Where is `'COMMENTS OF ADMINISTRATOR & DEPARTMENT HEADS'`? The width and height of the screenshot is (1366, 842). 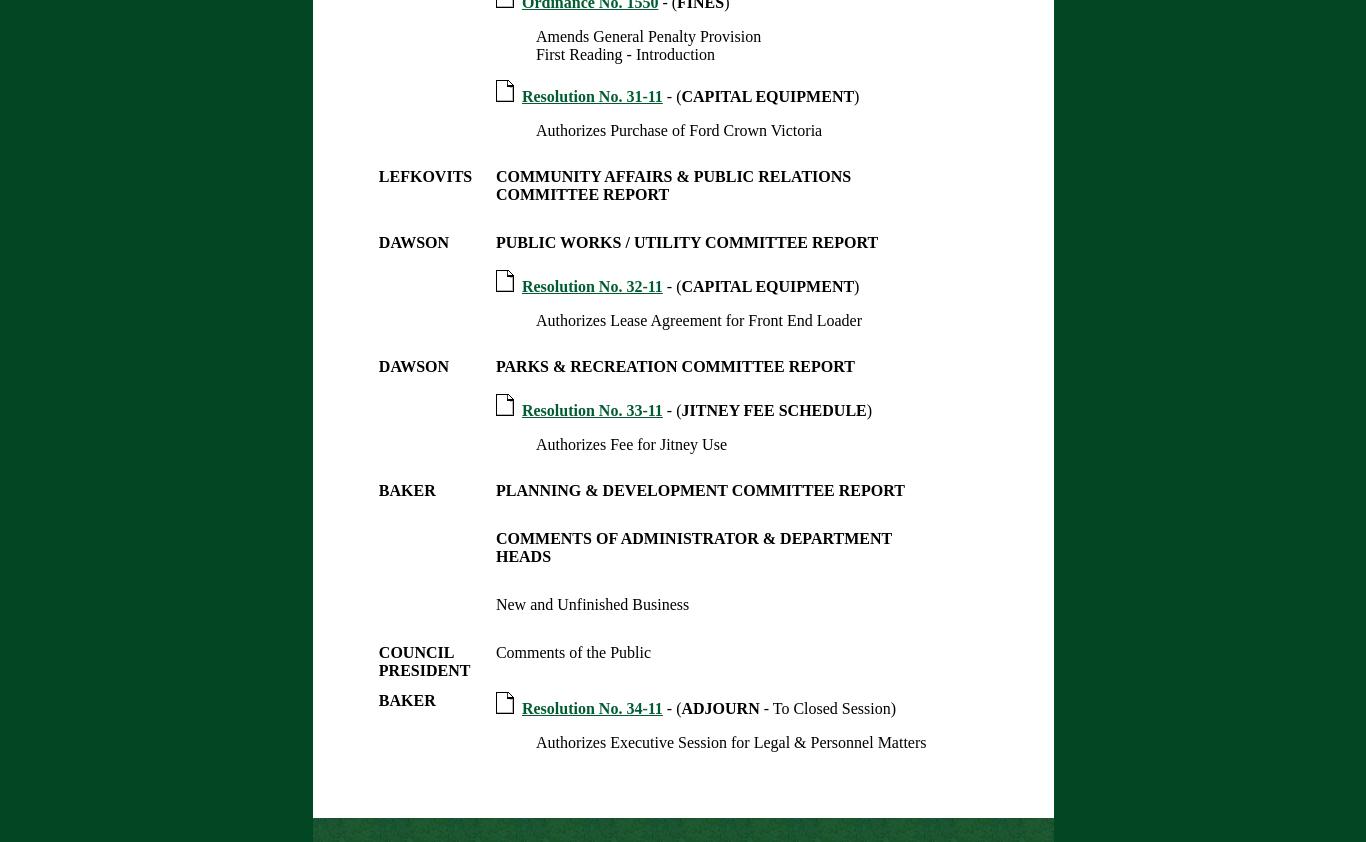 'COMMENTS OF ADMINISTRATOR & DEPARTMENT HEADS' is located at coordinates (692, 546).